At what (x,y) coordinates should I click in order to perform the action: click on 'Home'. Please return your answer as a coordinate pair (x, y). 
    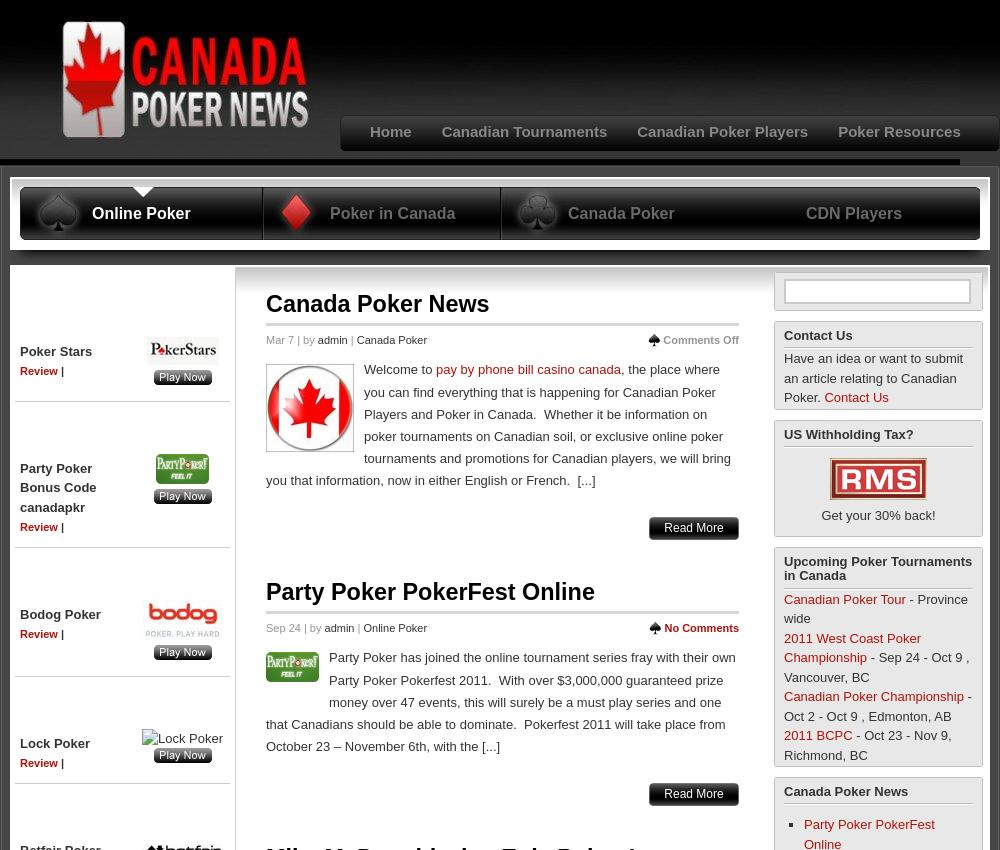
    Looking at the image, I should click on (390, 131).